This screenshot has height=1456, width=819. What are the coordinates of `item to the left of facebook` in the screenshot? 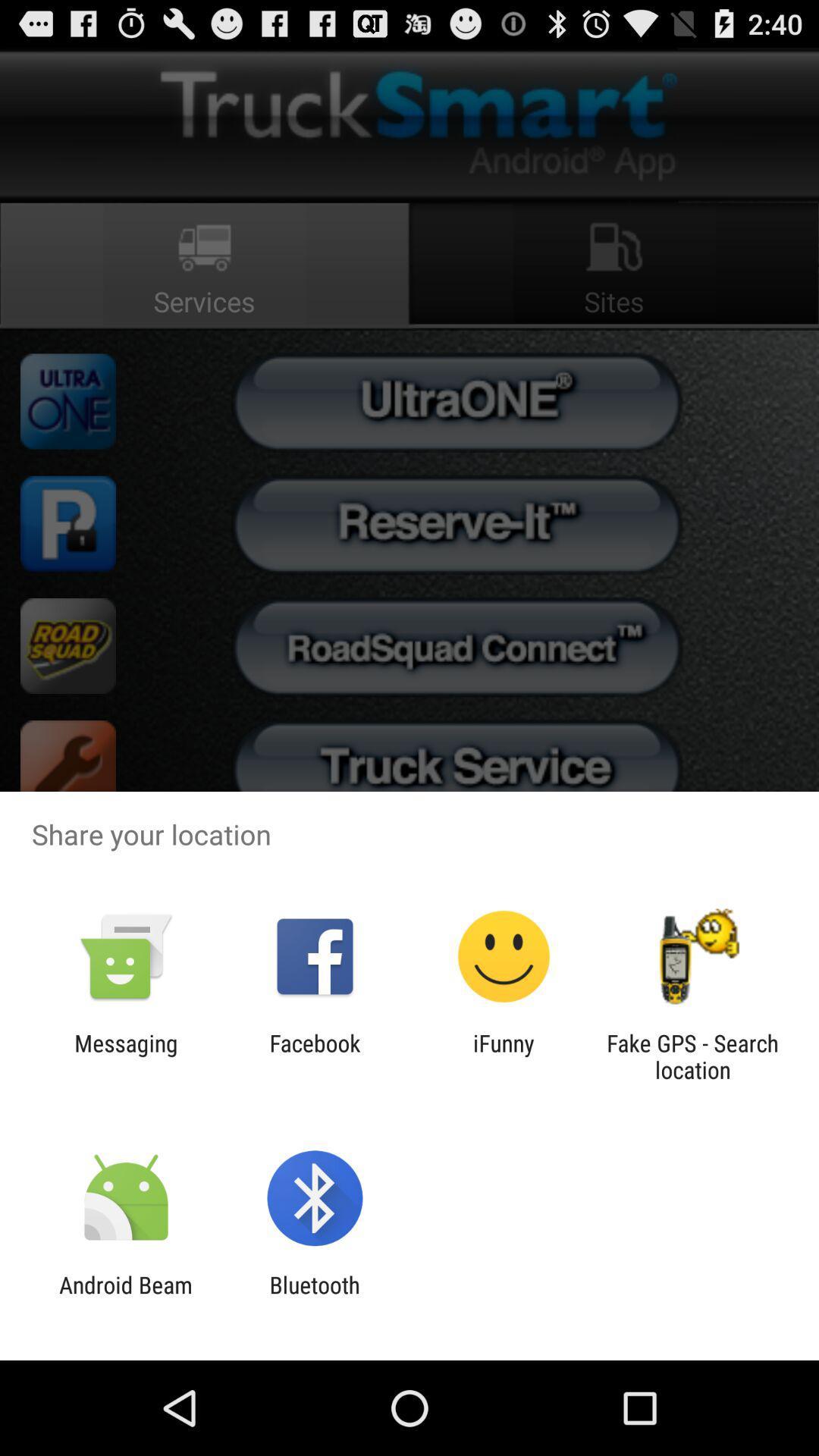 It's located at (125, 1056).